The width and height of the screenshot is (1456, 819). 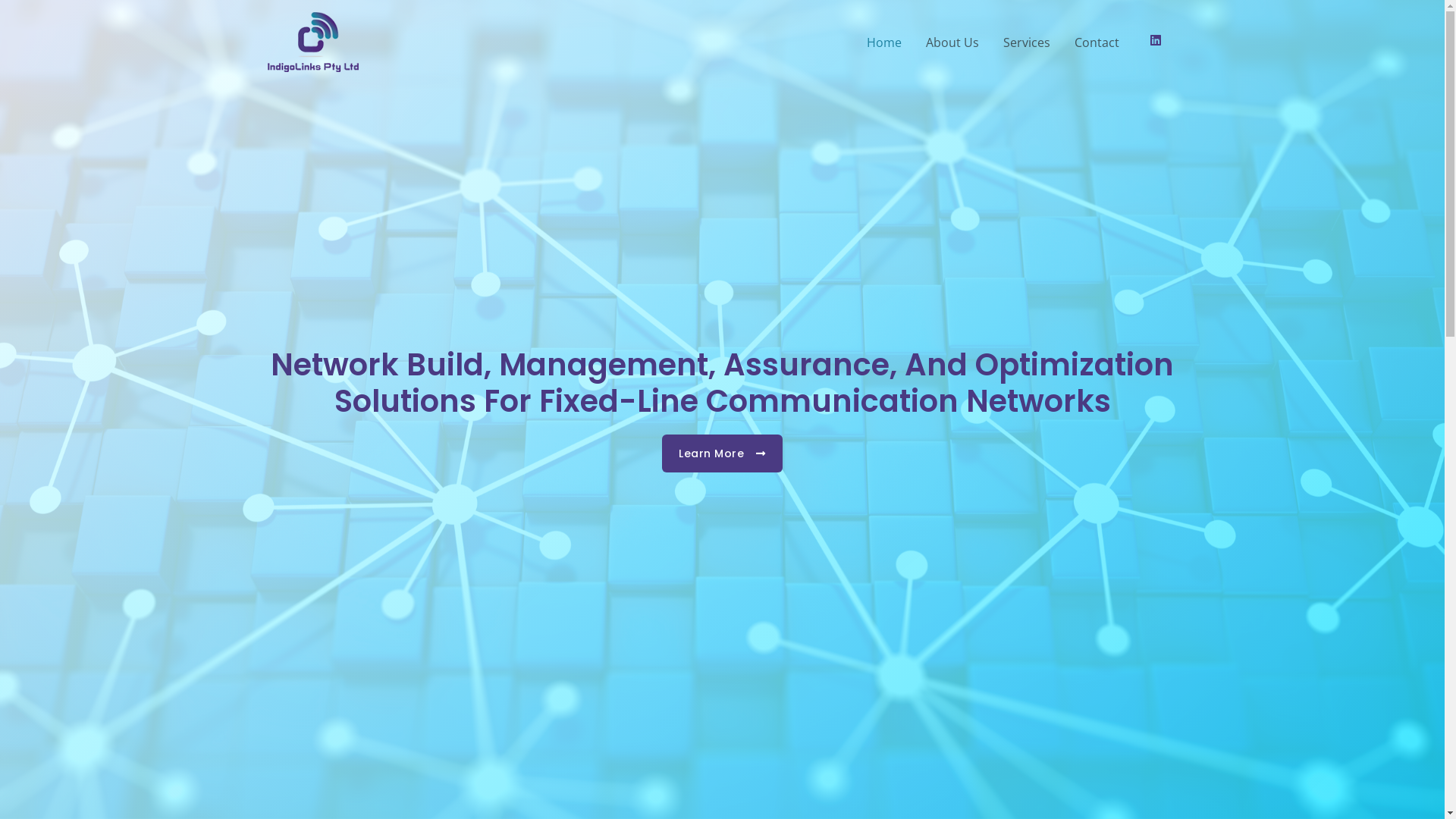 What do you see at coordinates (884, 42) in the screenshot?
I see `'Home'` at bounding box center [884, 42].